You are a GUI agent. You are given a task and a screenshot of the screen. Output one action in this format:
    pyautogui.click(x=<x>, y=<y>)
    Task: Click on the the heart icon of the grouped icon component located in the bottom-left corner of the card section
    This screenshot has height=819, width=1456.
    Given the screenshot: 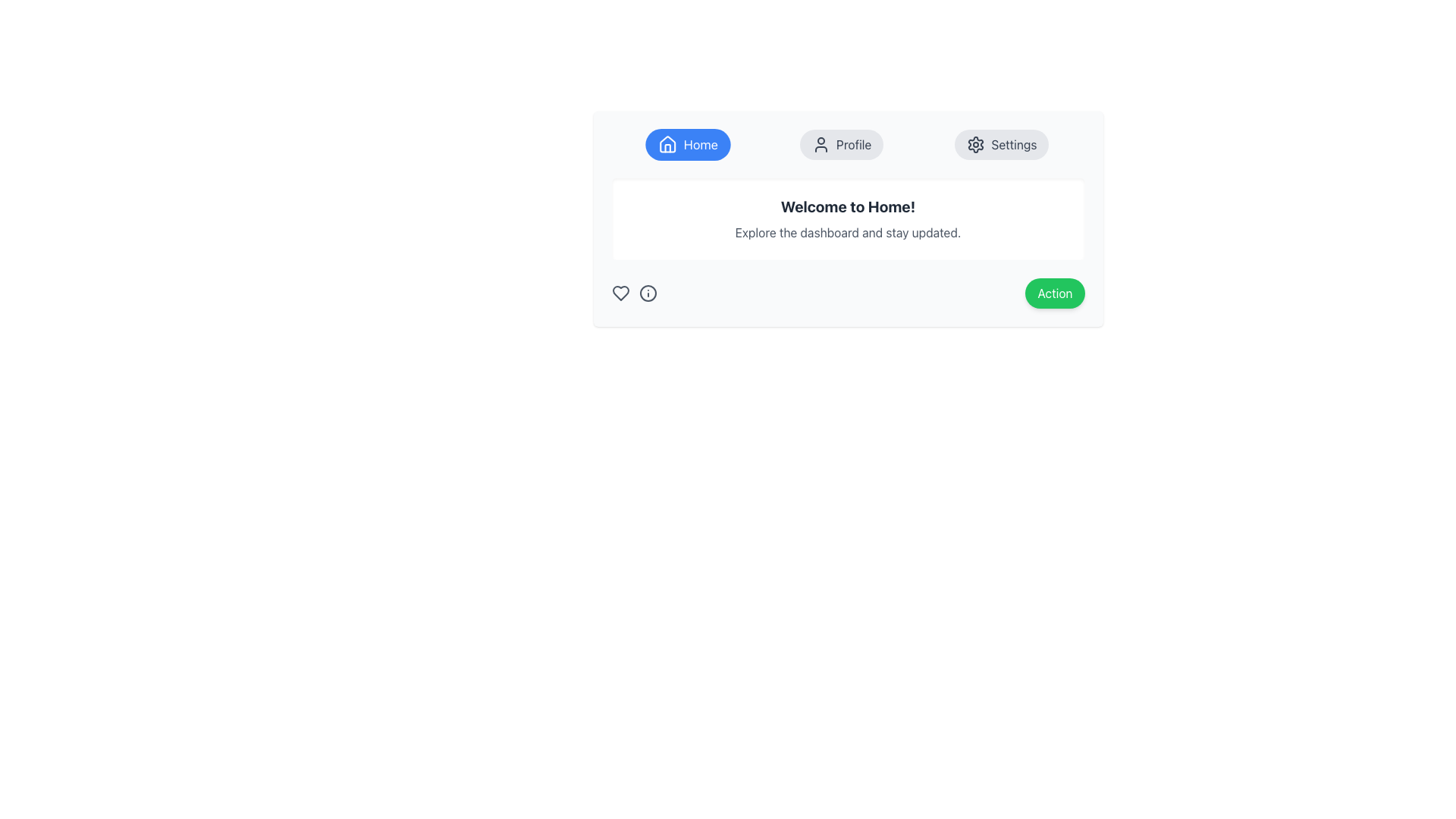 What is the action you would take?
    pyautogui.click(x=634, y=293)
    